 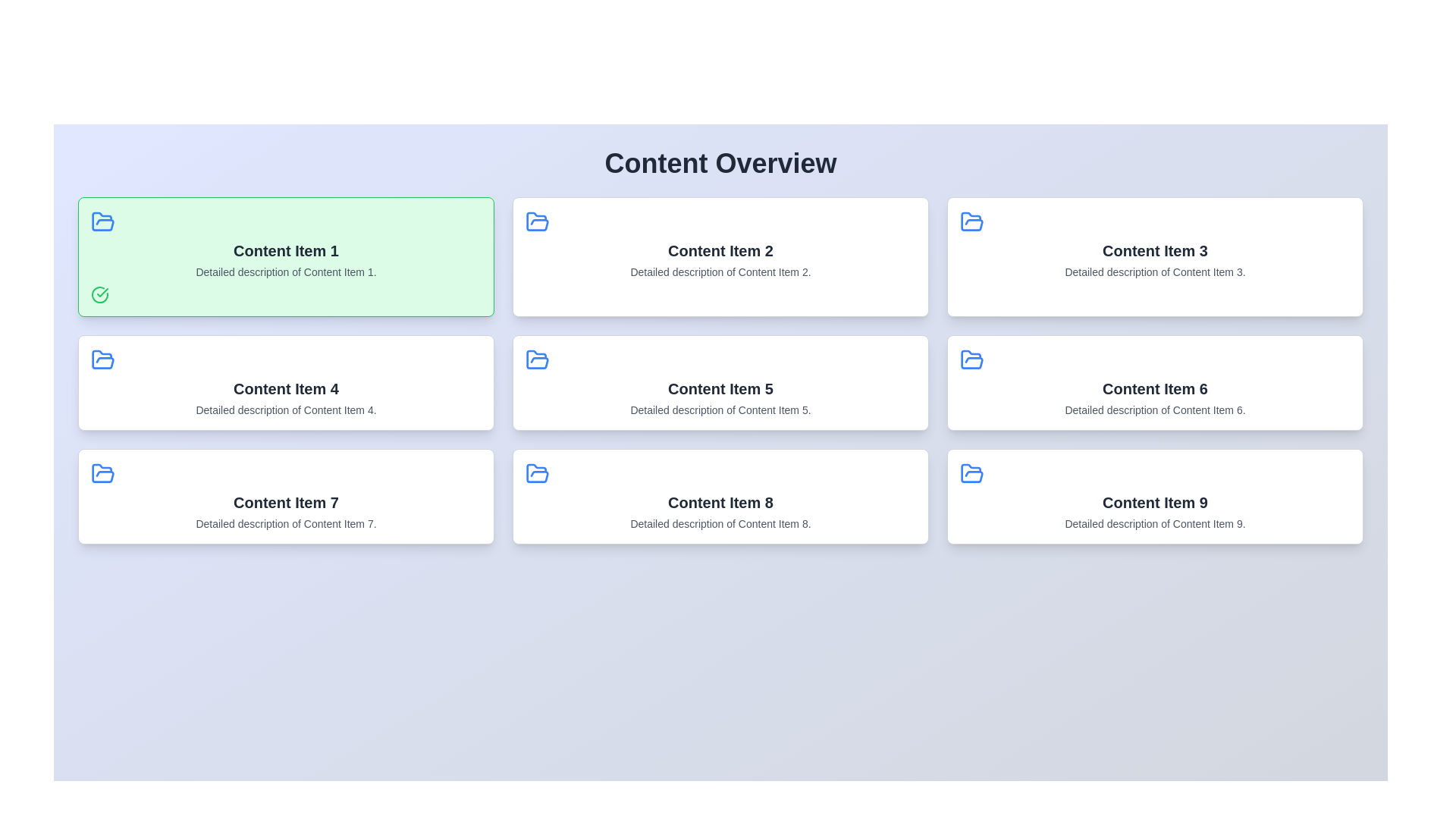 What do you see at coordinates (102, 222) in the screenshot?
I see `the blue folder icon with rounded edges located in the green-highlighted section of 'Content Item 1'` at bounding box center [102, 222].